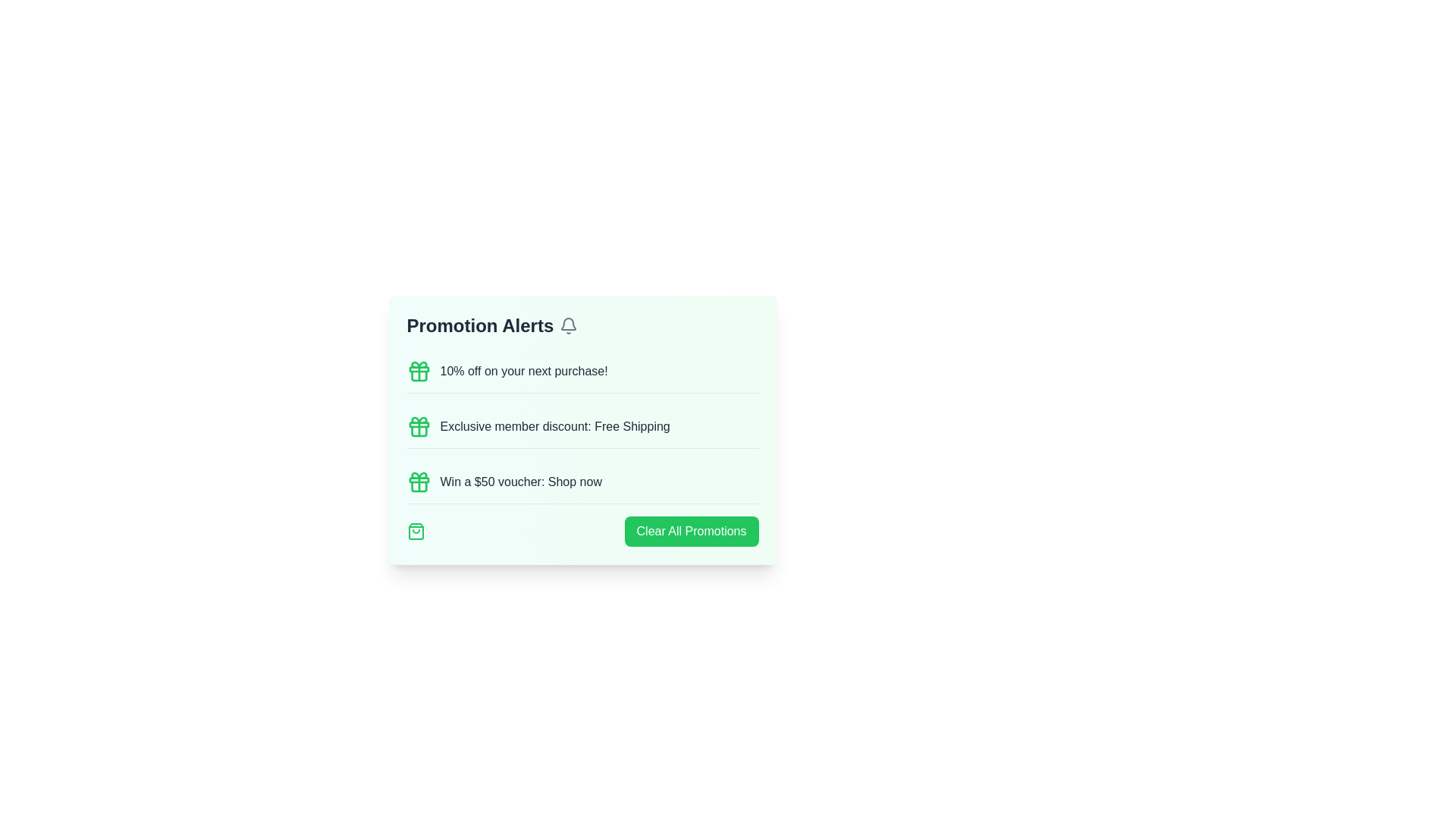  What do you see at coordinates (554, 427) in the screenshot?
I see `the text label that reads 'Exclusive member discount: Free Shipping', located in the second row of the 'Promotion Alerts' section, aligned with the gift box icon` at bounding box center [554, 427].